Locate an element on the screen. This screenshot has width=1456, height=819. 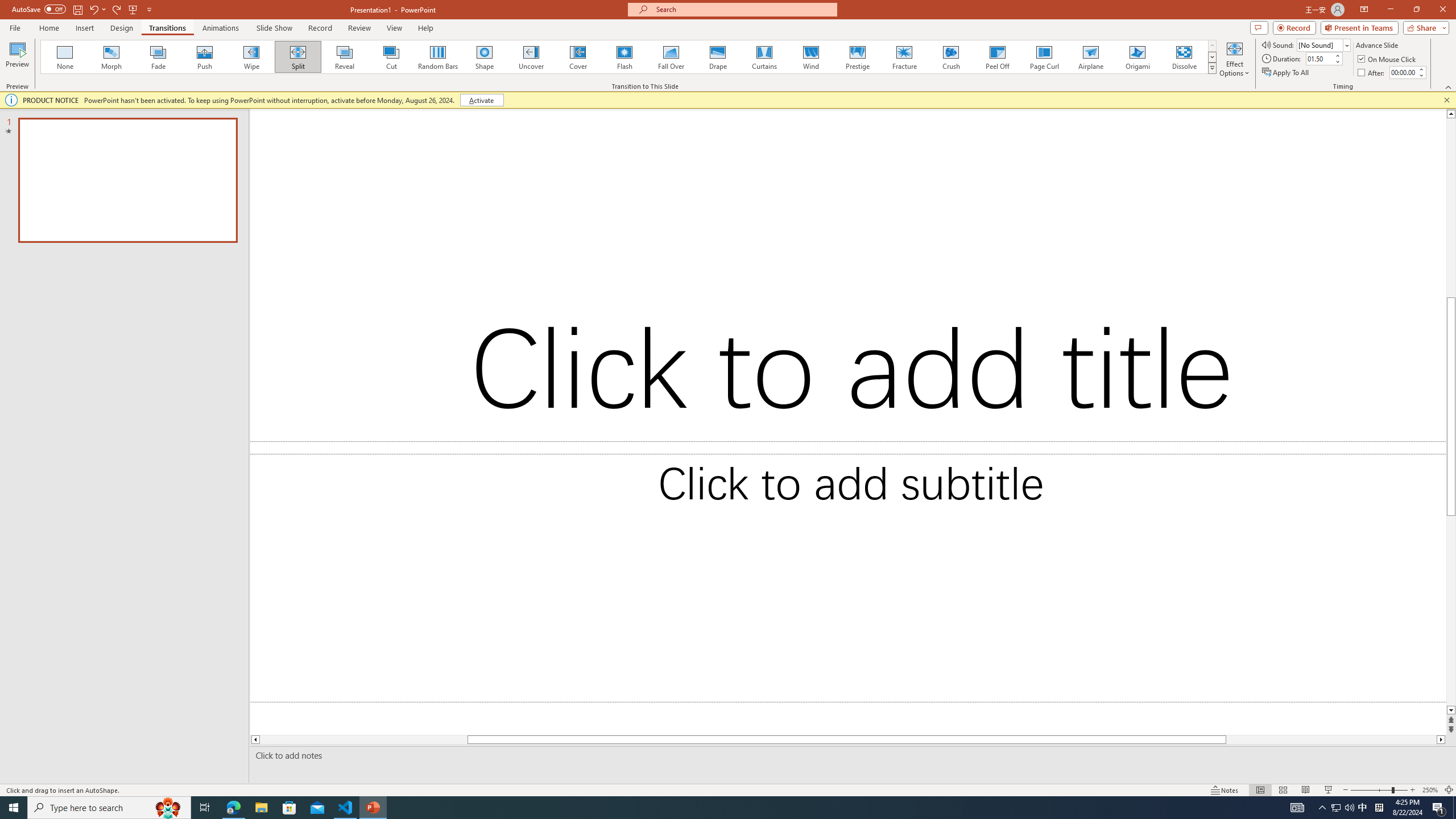
'More' is located at coordinates (1421, 68).